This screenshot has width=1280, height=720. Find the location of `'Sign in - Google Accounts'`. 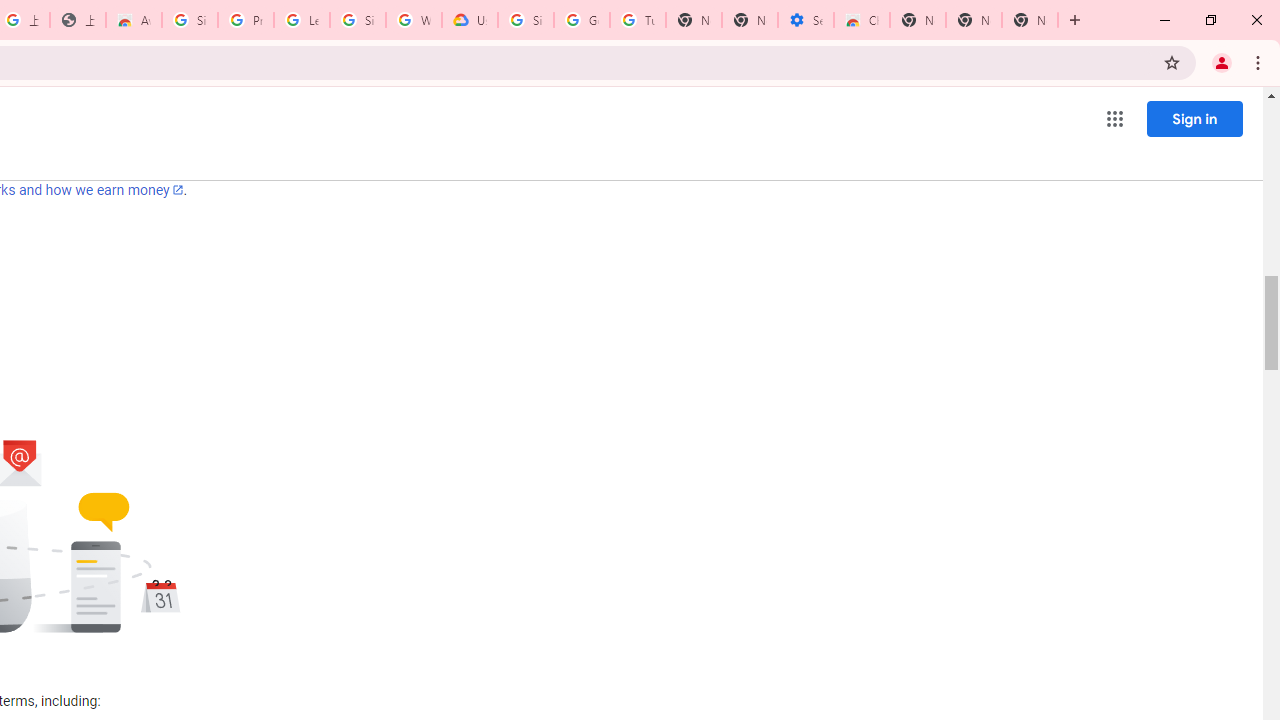

'Sign in - Google Accounts' is located at coordinates (190, 20).